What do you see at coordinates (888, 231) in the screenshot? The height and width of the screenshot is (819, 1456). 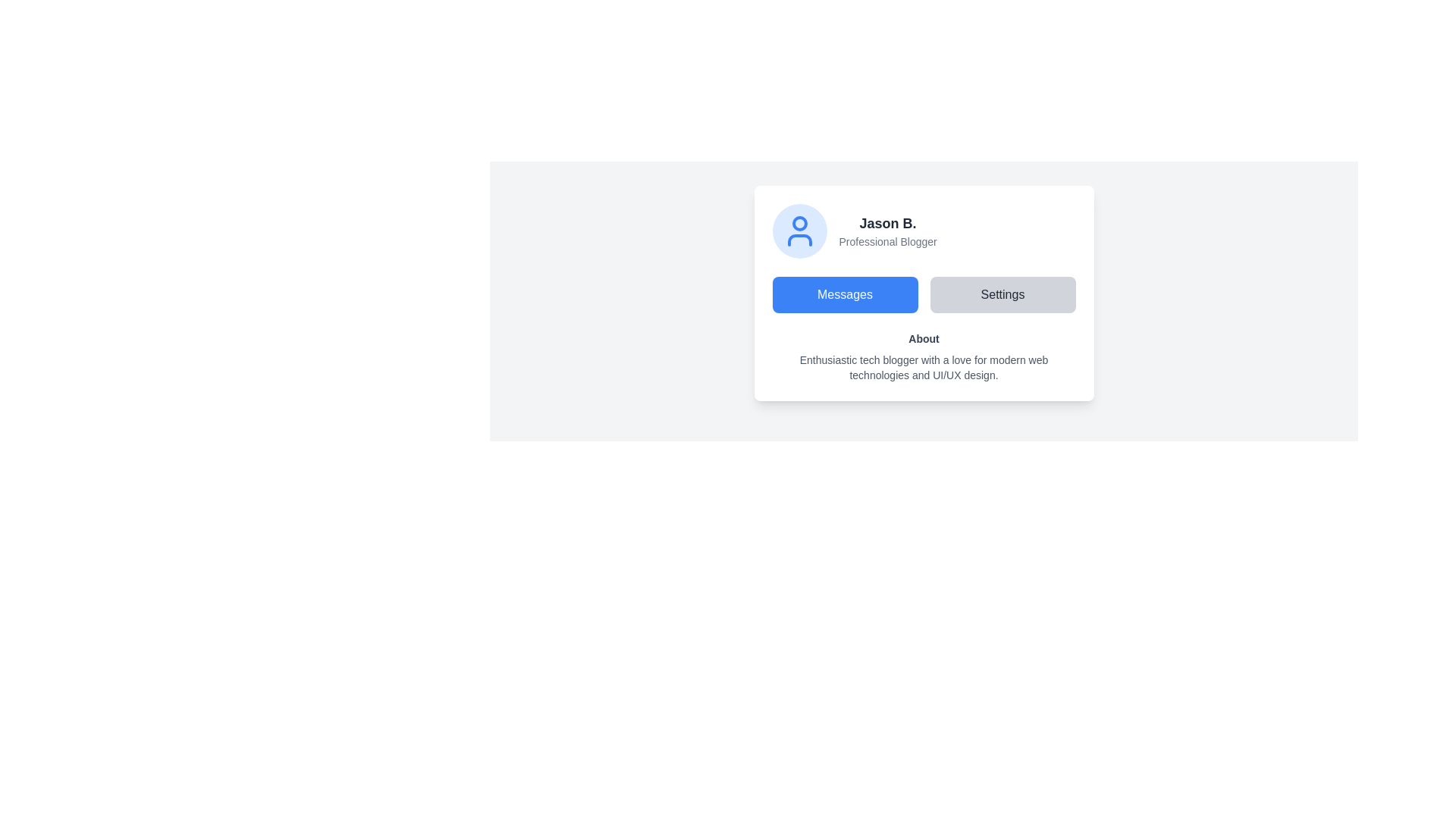 I see `the Text Display element showing 'Jason B.' and the designation 'Professional Blogger' located at the top center of the card layout` at bounding box center [888, 231].